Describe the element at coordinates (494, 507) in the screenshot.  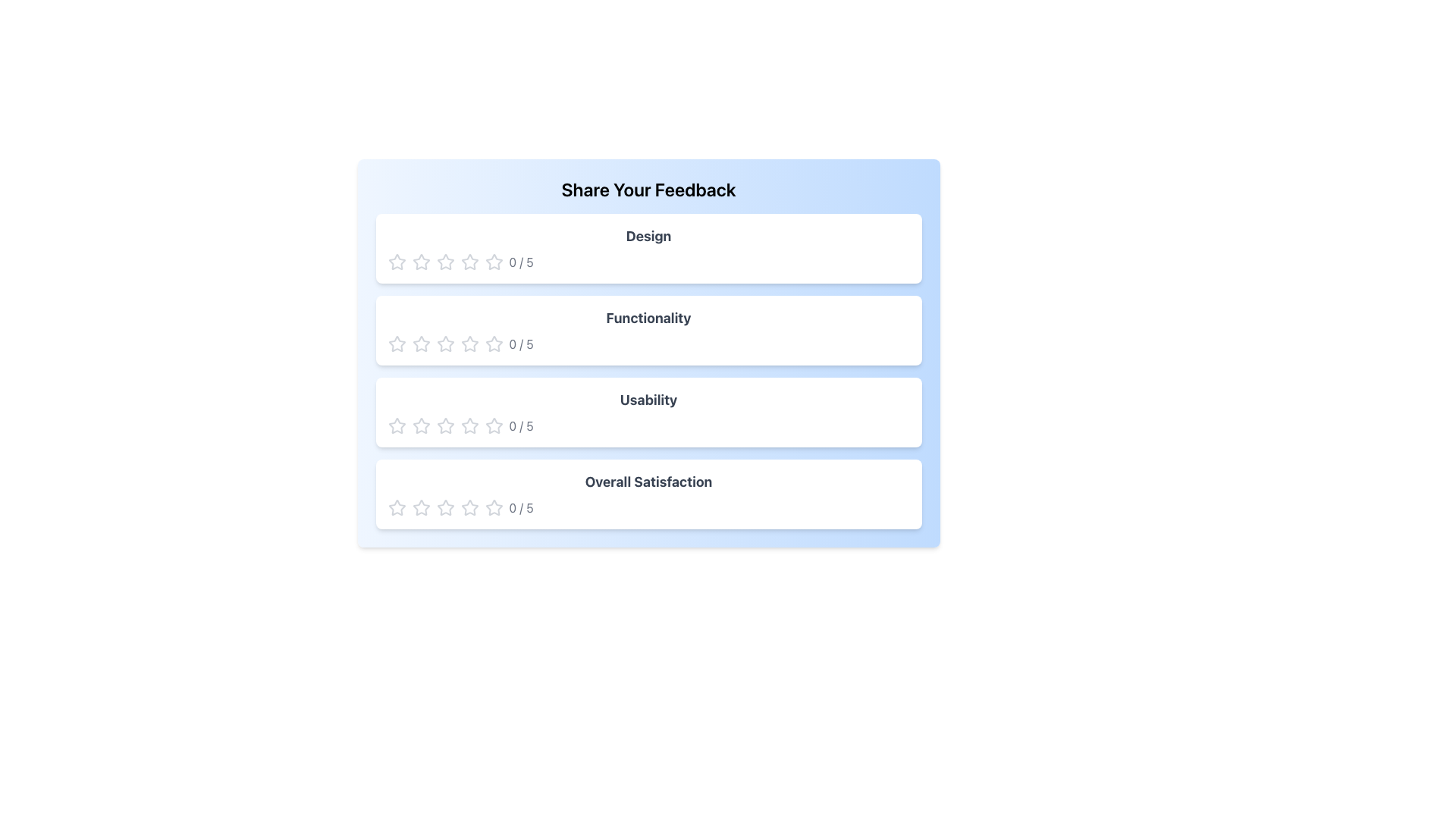
I see `the first star-shaped outline icon with a hollow center, rendered in light grey, to rate it for Overall Satisfaction` at that location.